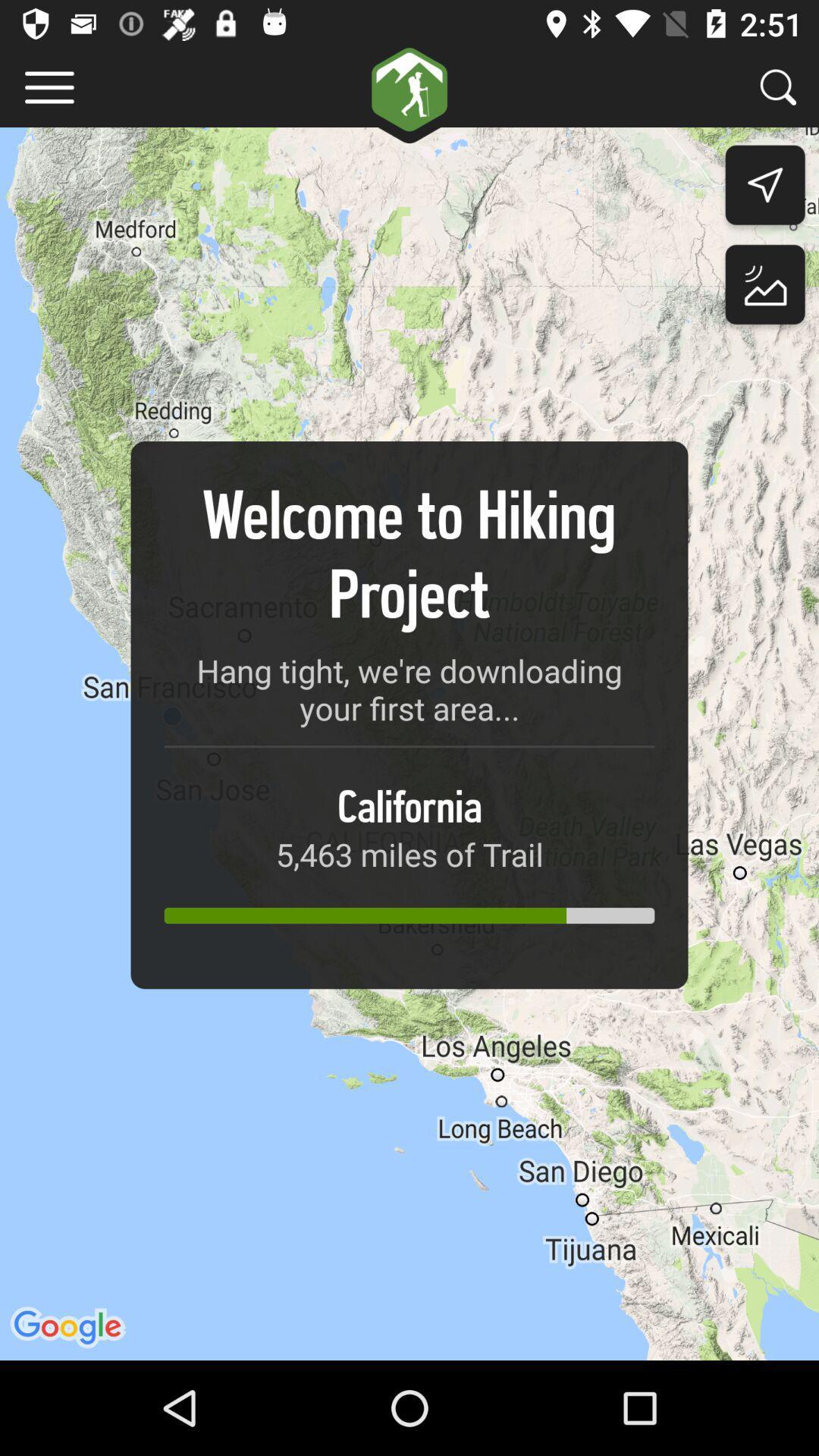  What do you see at coordinates (778, 86) in the screenshot?
I see `search for item` at bounding box center [778, 86].